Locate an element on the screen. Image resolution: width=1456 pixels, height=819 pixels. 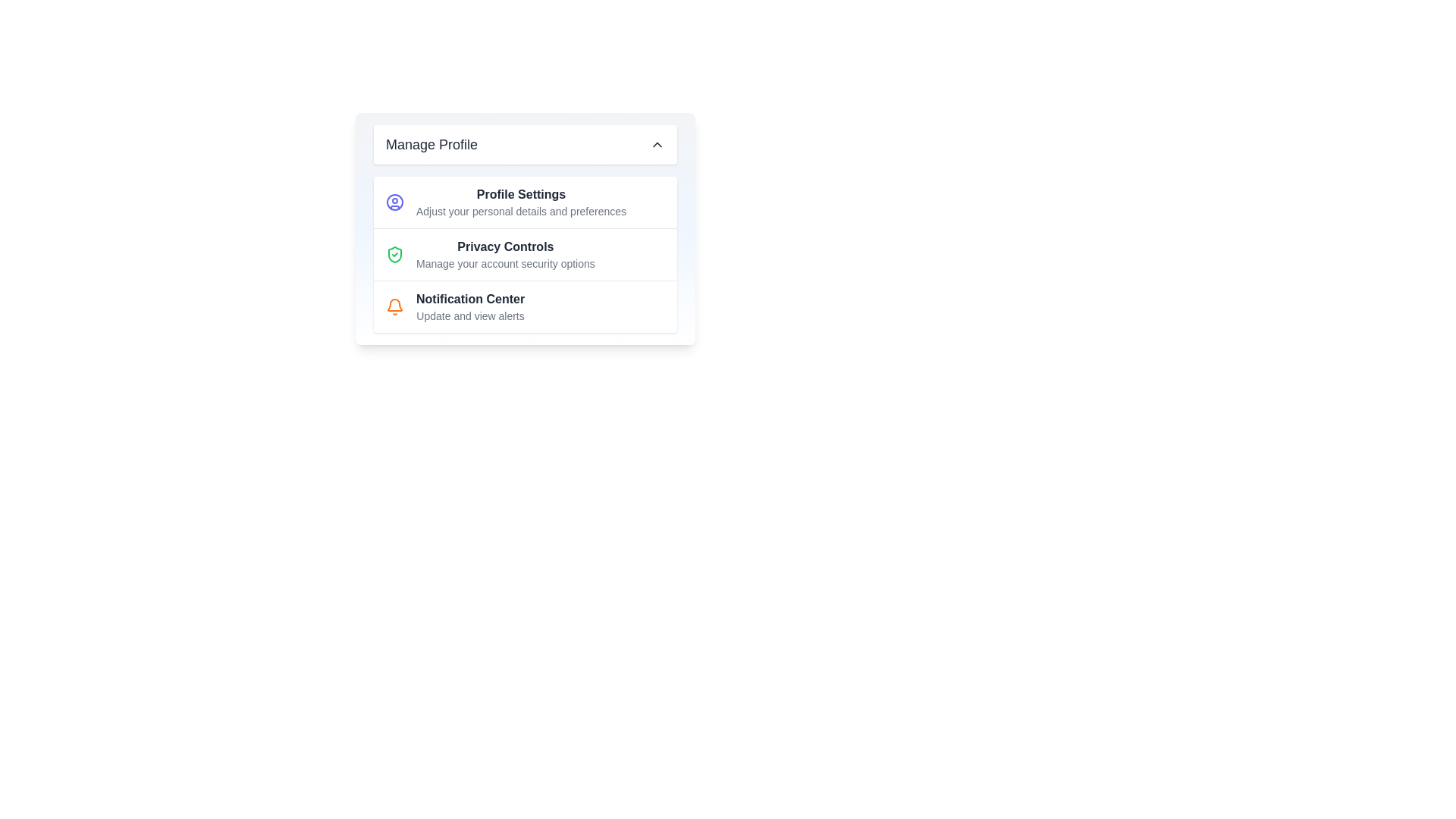
the text element that displays the message 'Adjust your personal details and preferences' located beneath the 'Profile Settings' label within the 'Manage Profile' group is located at coordinates (521, 211).